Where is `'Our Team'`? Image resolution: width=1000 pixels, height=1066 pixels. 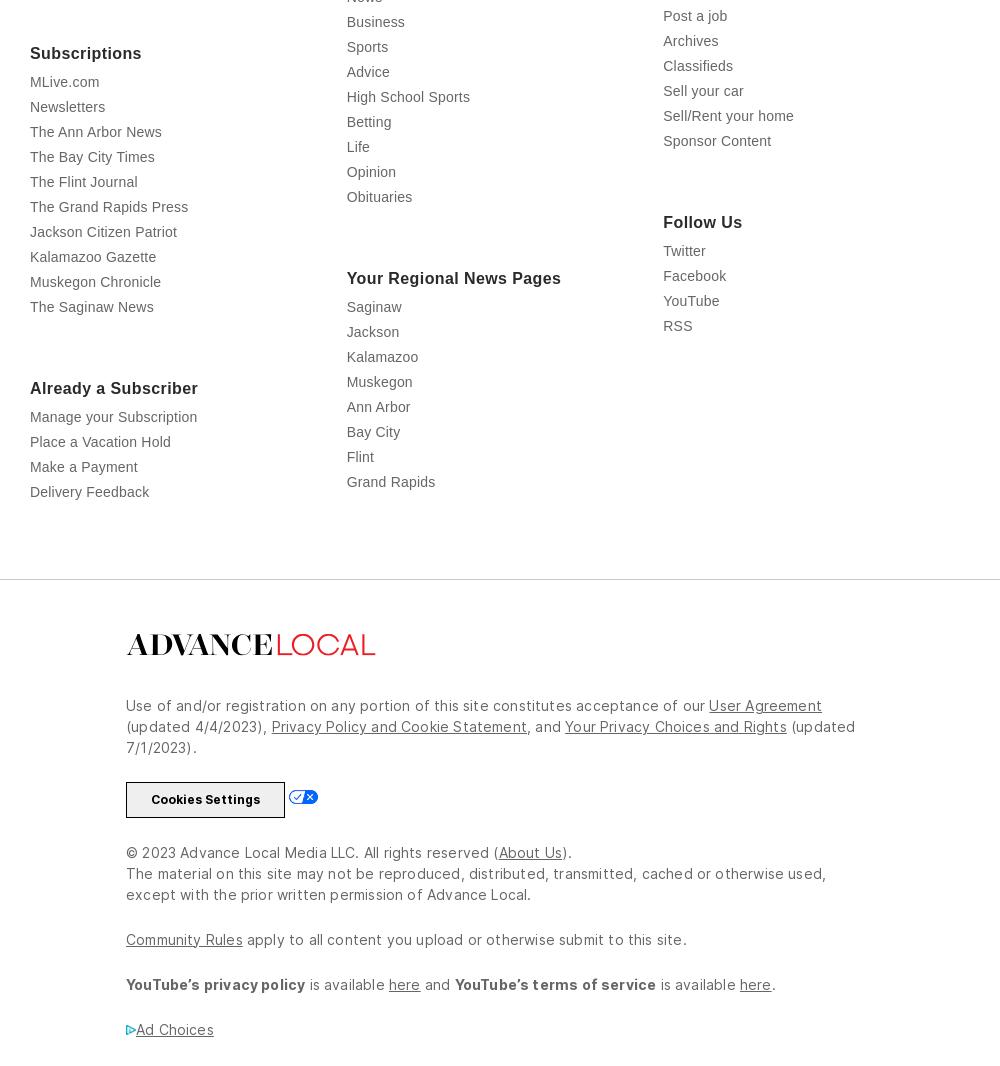
'Our Team' is located at coordinates (30, 33).